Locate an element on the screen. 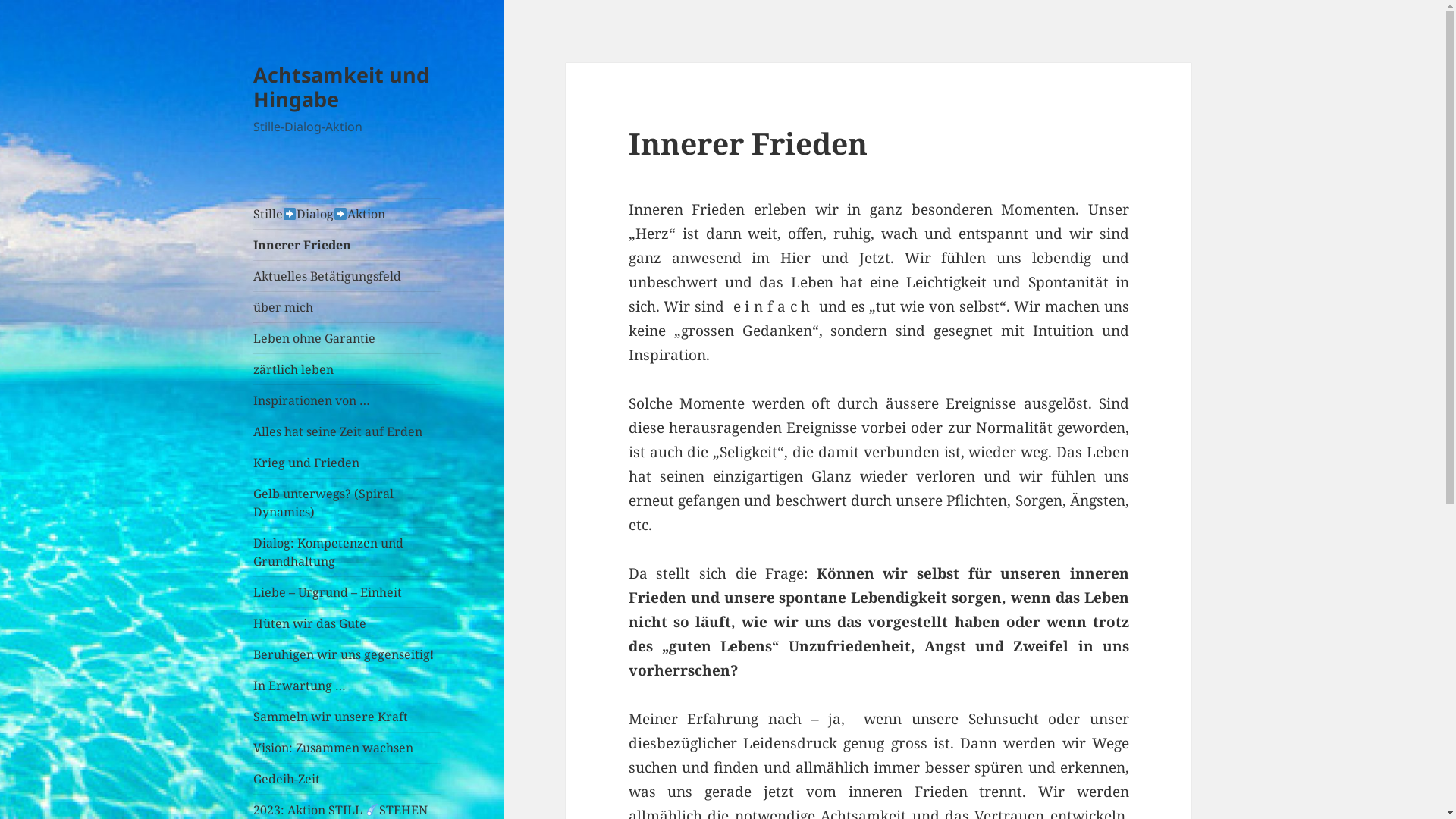  'Leben ohne Garantie' is located at coordinates (346, 337).